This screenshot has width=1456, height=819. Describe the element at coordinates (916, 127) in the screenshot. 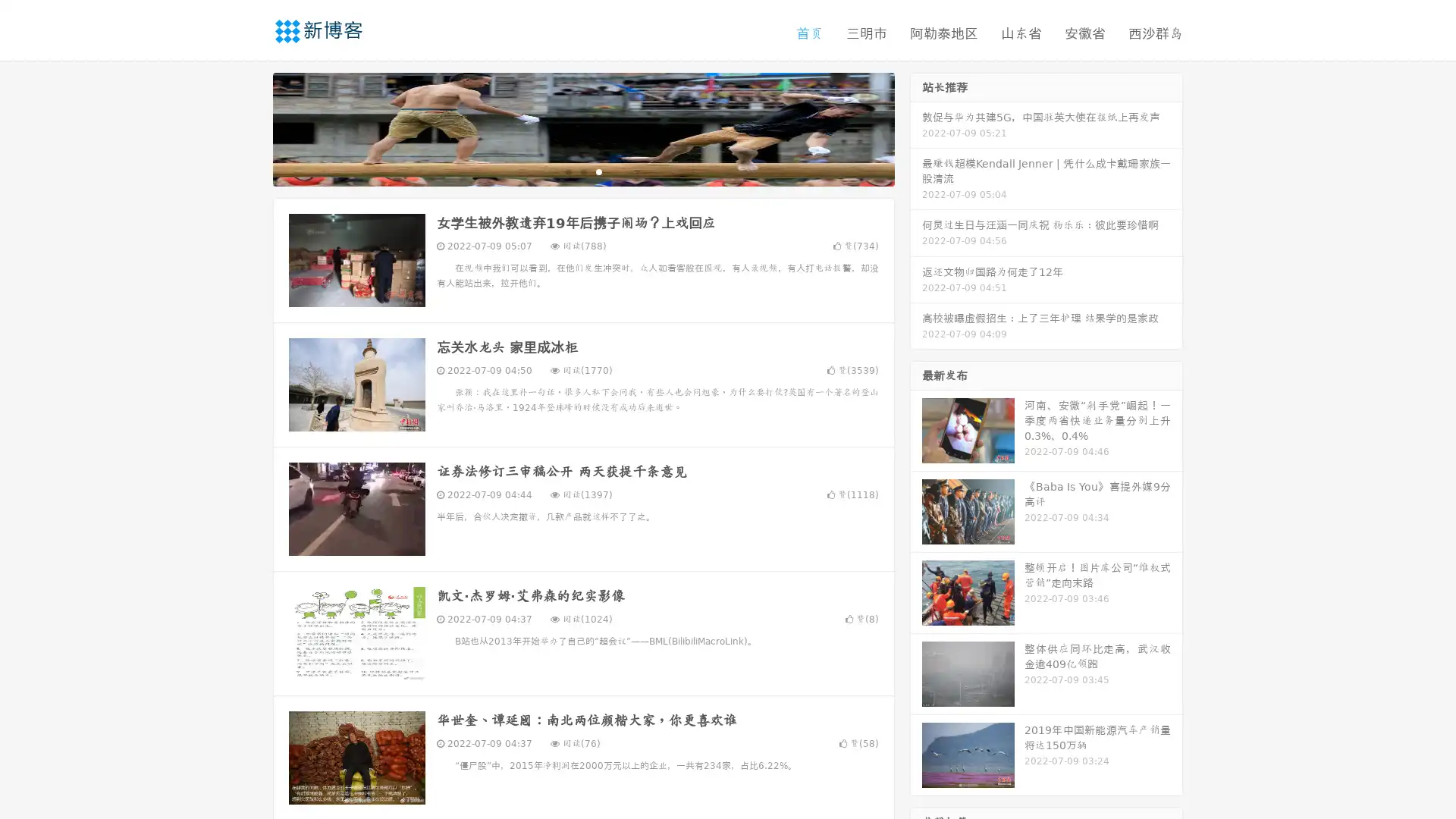

I see `Next slide` at that location.